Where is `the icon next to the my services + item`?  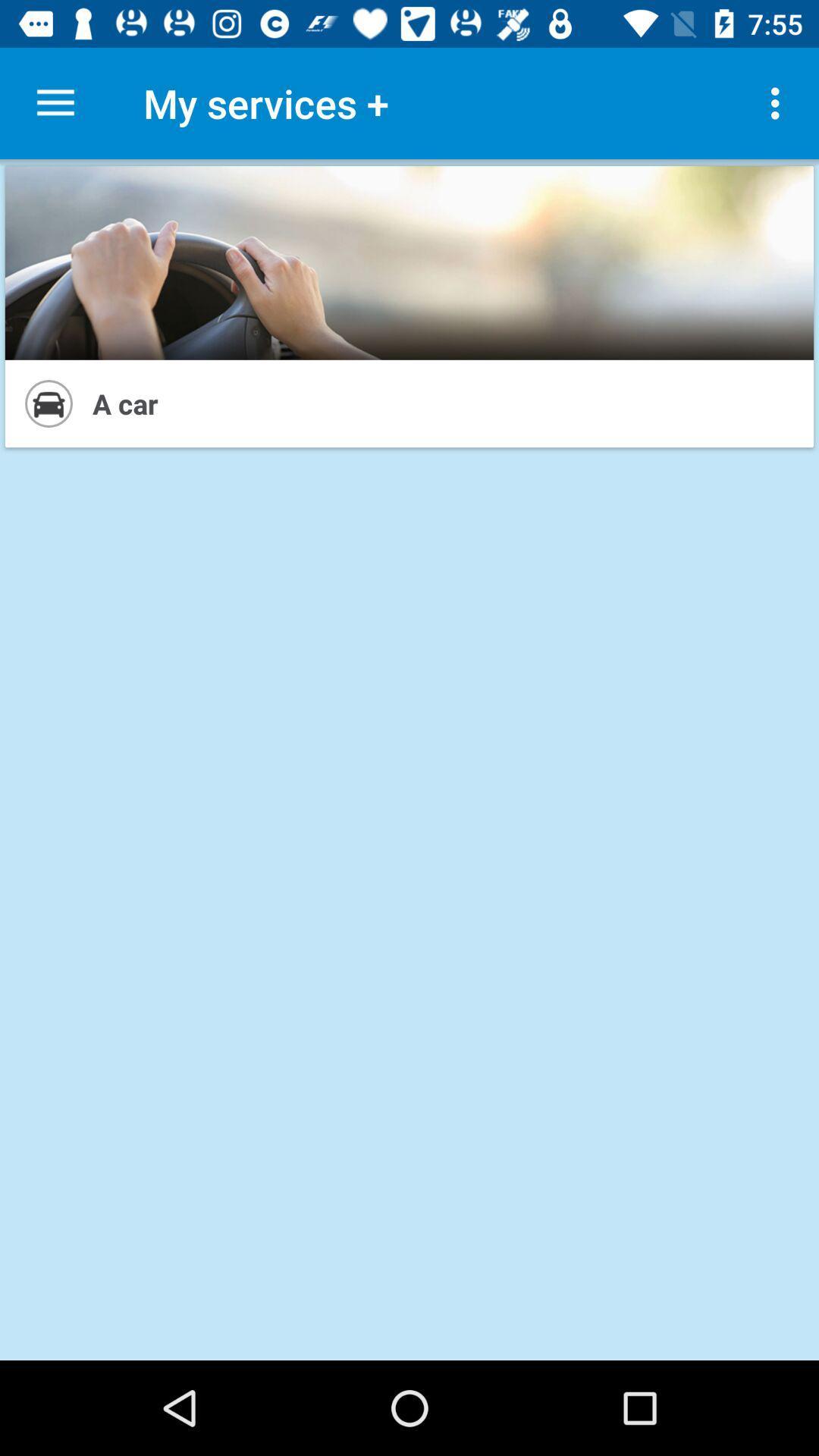 the icon next to the my services + item is located at coordinates (55, 102).